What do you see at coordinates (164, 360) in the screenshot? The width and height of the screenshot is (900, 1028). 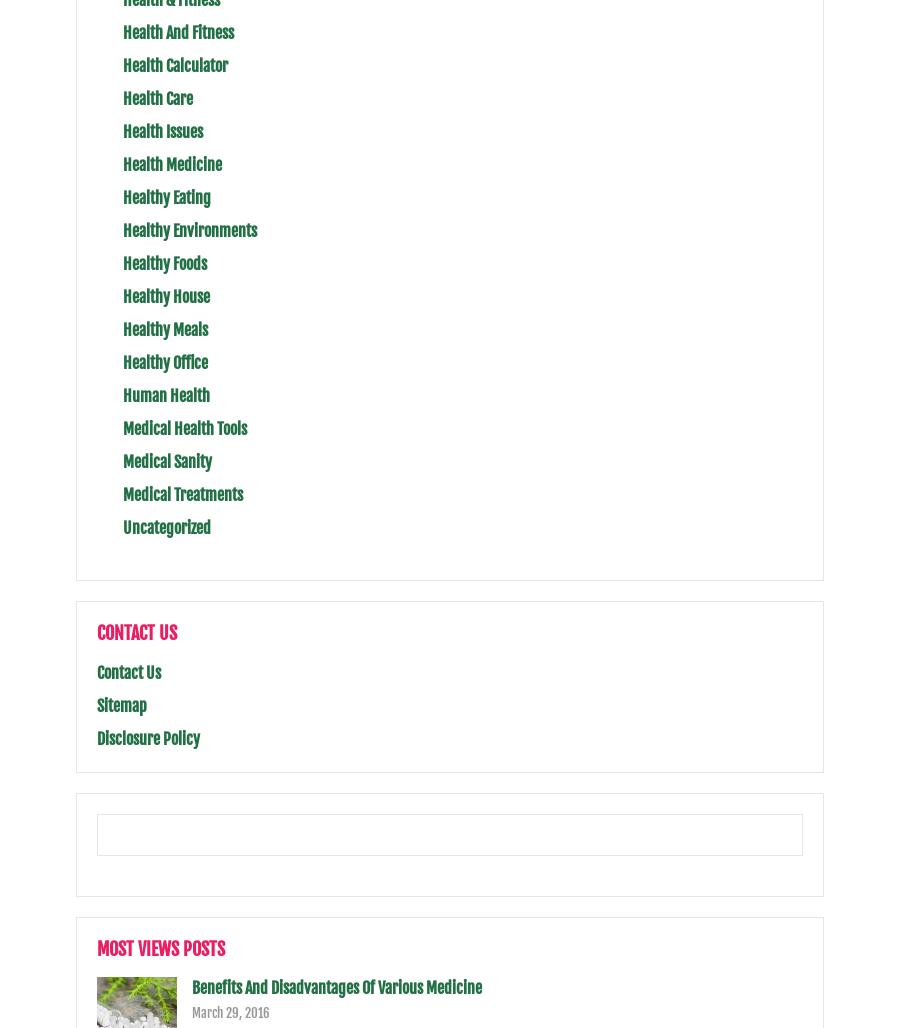 I see `'Healthy Office'` at bounding box center [164, 360].